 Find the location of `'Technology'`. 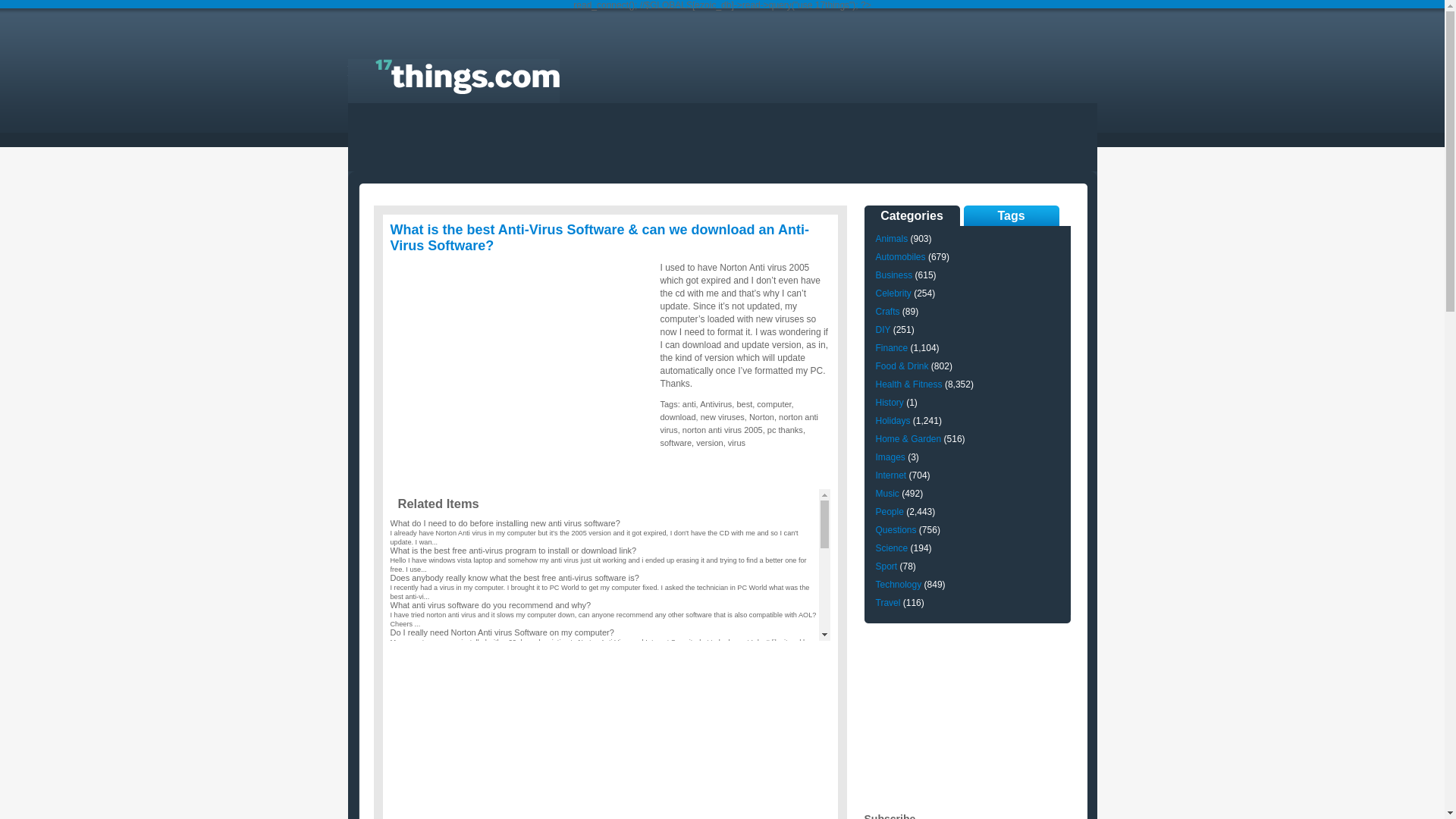

'Technology' is located at coordinates (898, 584).